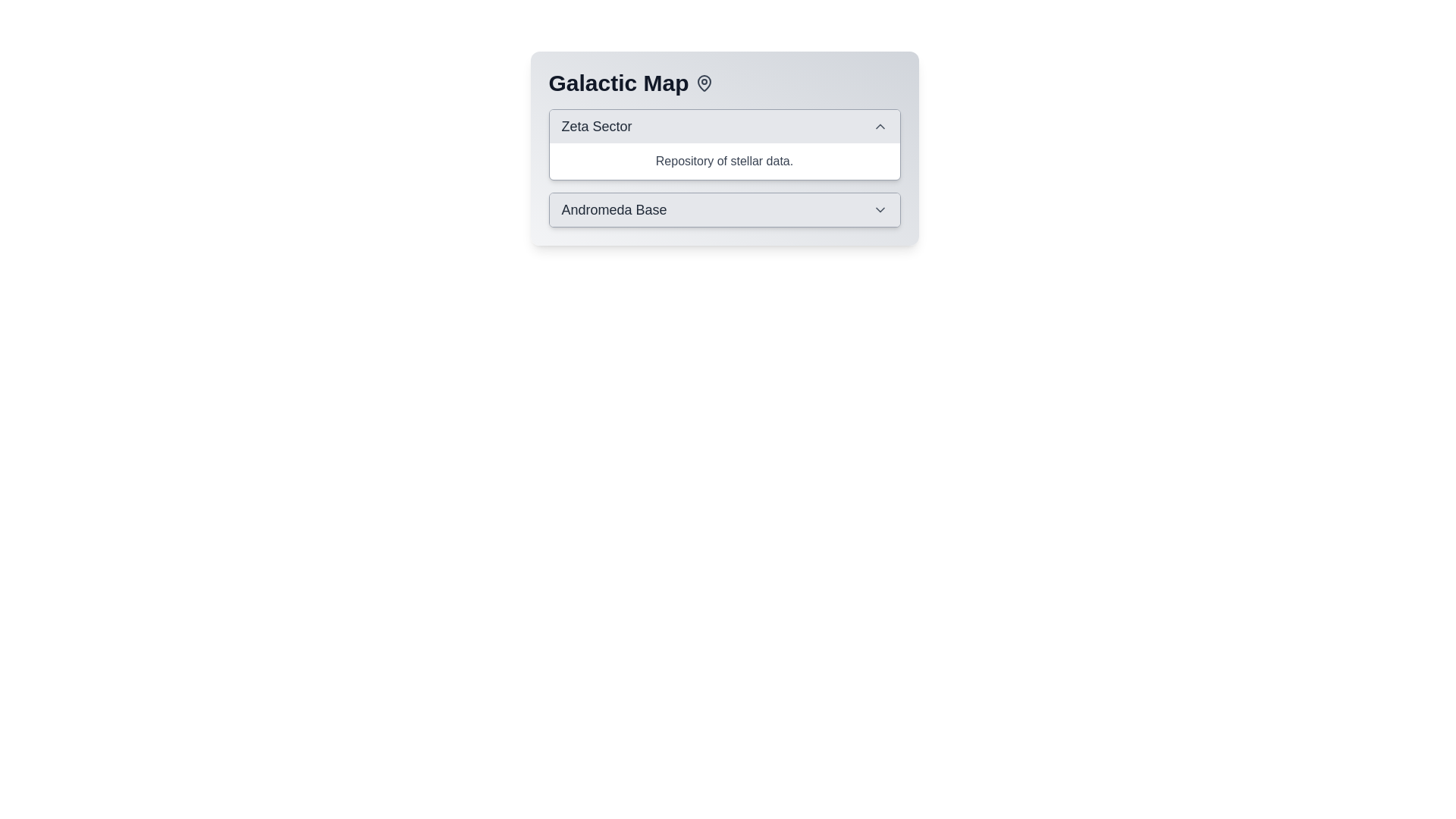 The height and width of the screenshot is (819, 1456). Describe the element at coordinates (723, 149) in the screenshot. I see `the informational panel that displays details about Zeta Sector and Andromeda Base` at that location.